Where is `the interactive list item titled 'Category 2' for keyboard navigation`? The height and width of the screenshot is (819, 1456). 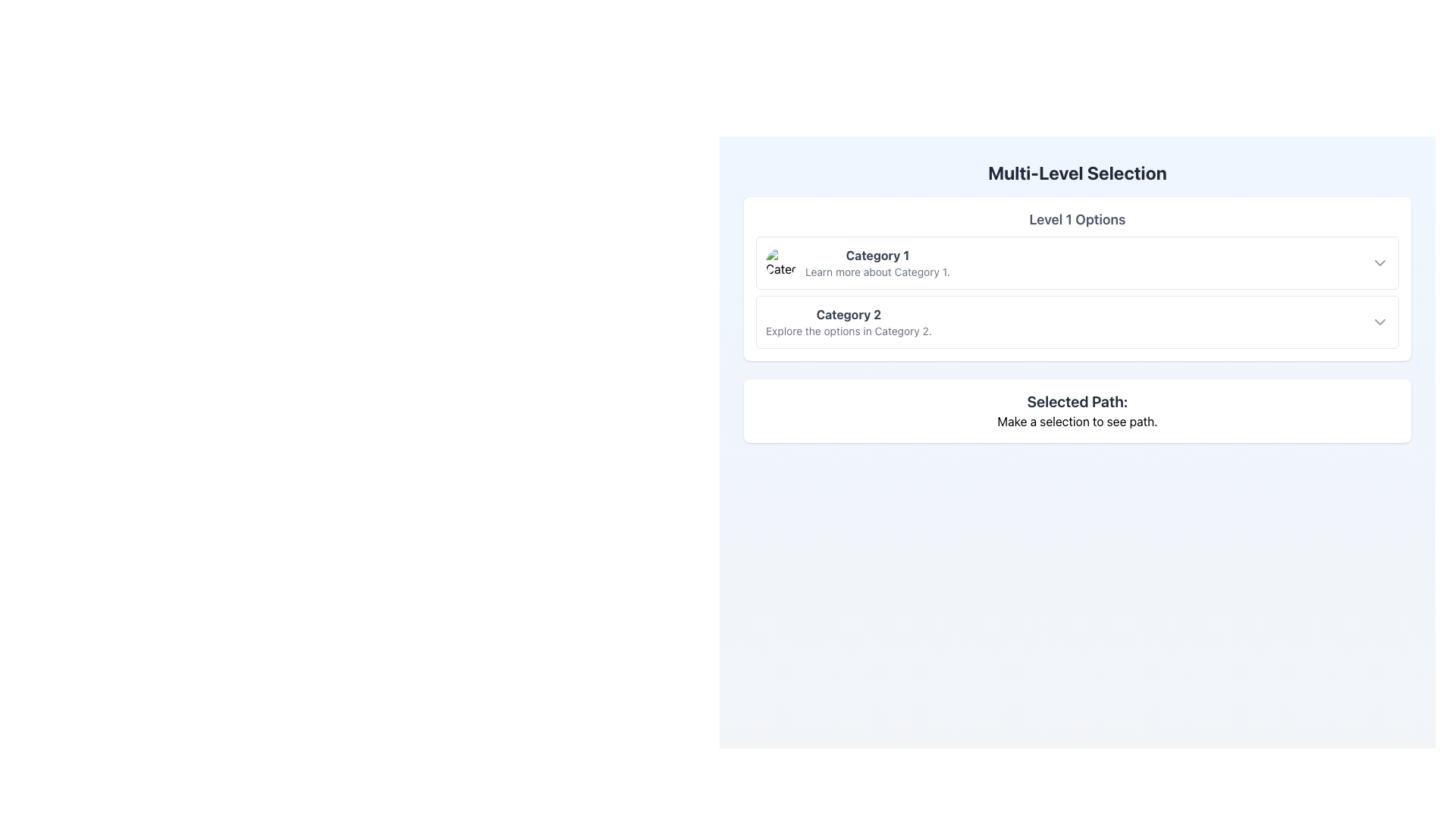
the interactive list item titled 'Category 2' for keyboard navigation is located at coordinates (1076, 321).